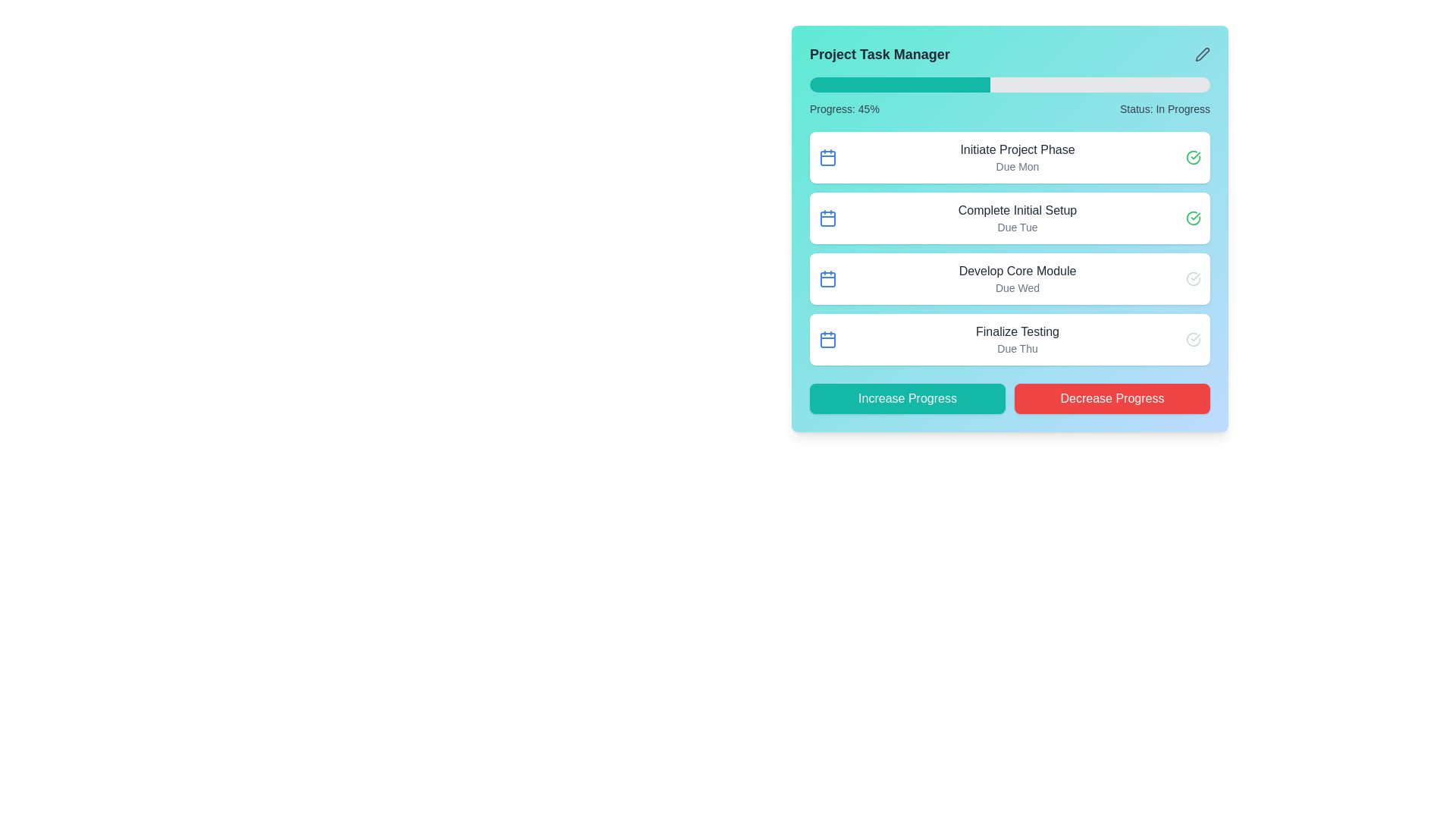 This screenshot has height=819, width=1456. I want to click on the button located in the bottom right corner of the UI panel to decrease the progress of the associated task, which is the second button to the right of the 'Increase Progress' button with a teal background, so click(1112, 397).